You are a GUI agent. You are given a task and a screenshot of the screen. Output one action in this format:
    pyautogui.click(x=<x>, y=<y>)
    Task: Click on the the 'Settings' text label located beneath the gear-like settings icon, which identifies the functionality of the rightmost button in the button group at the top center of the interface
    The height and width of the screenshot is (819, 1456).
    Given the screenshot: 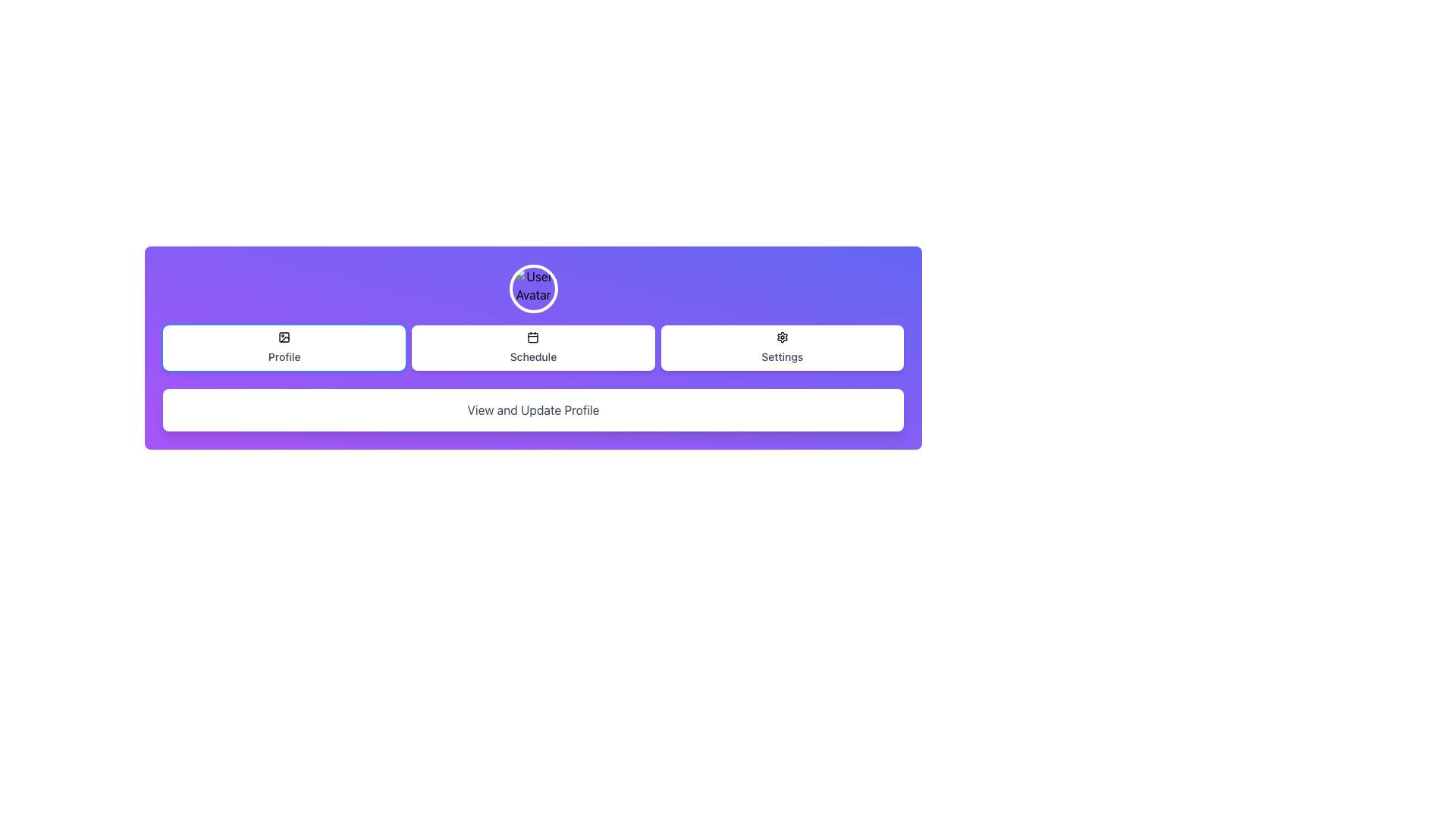 What is the action you would take?
    pyautogui.click(x=782, y=356)
    